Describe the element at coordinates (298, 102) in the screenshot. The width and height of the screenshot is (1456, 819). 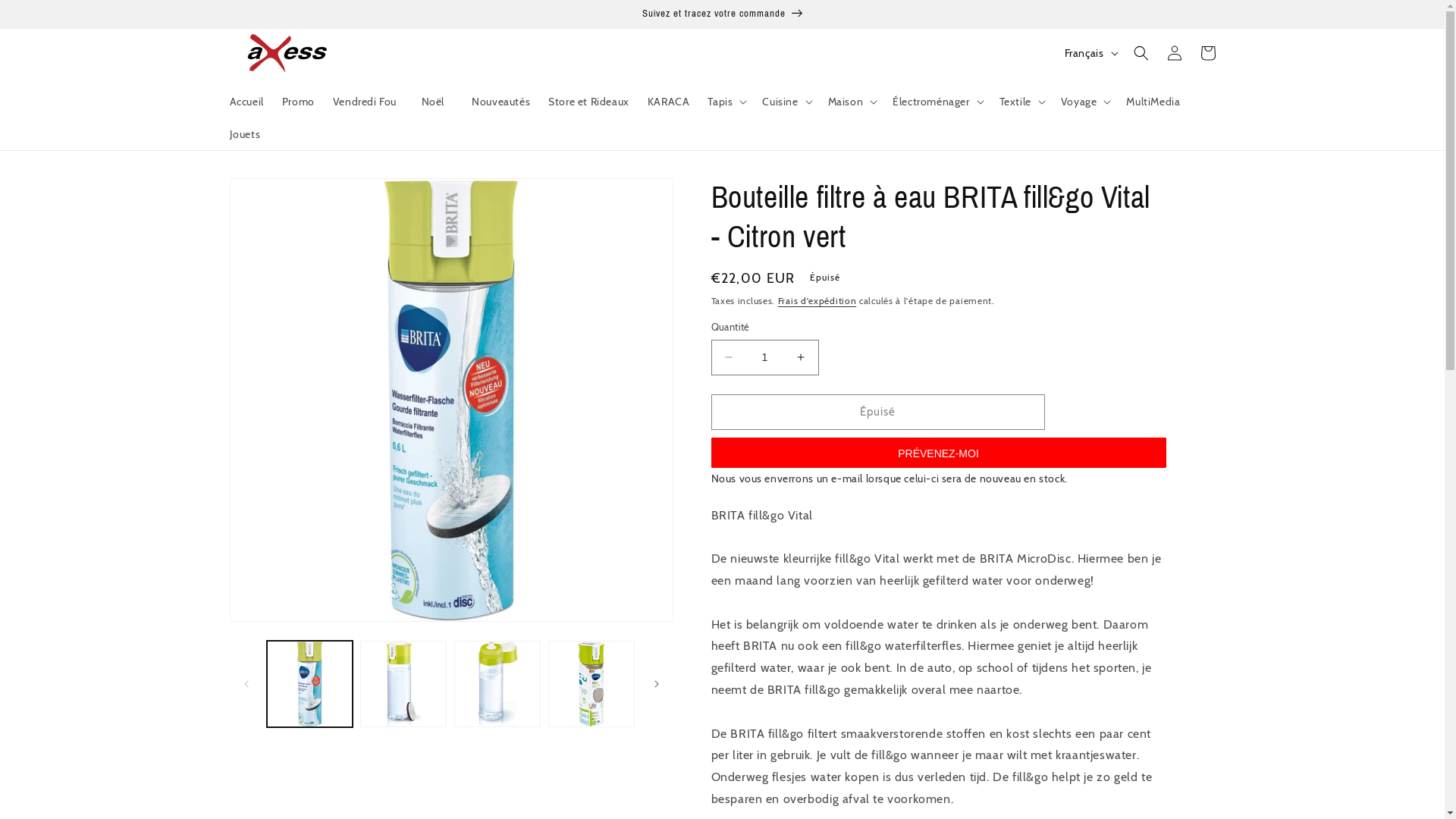
I see `'Promo'` at that location.